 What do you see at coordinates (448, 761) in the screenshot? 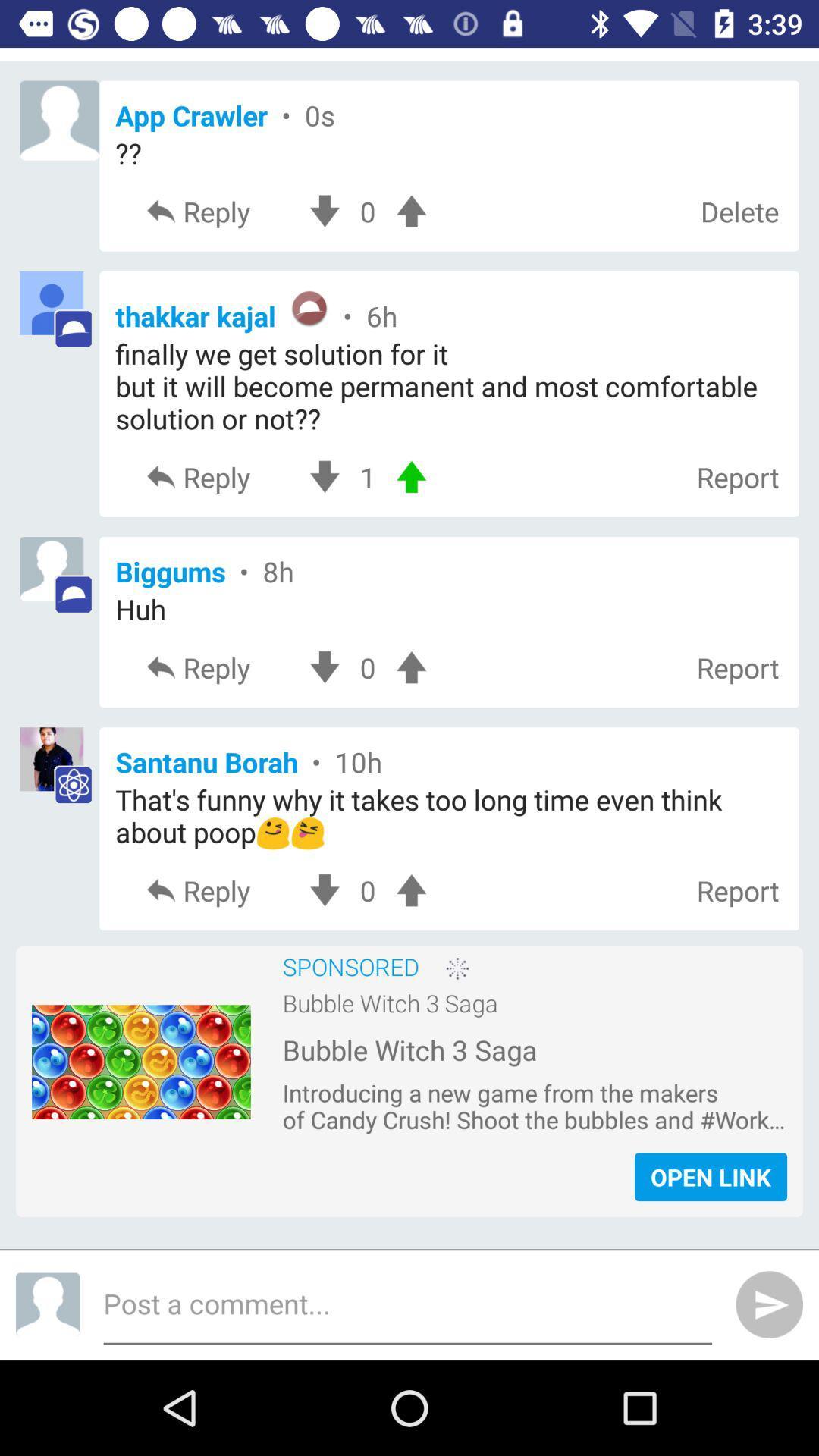
I see `the text next to the fourth image` at bounding box center [448, 761].